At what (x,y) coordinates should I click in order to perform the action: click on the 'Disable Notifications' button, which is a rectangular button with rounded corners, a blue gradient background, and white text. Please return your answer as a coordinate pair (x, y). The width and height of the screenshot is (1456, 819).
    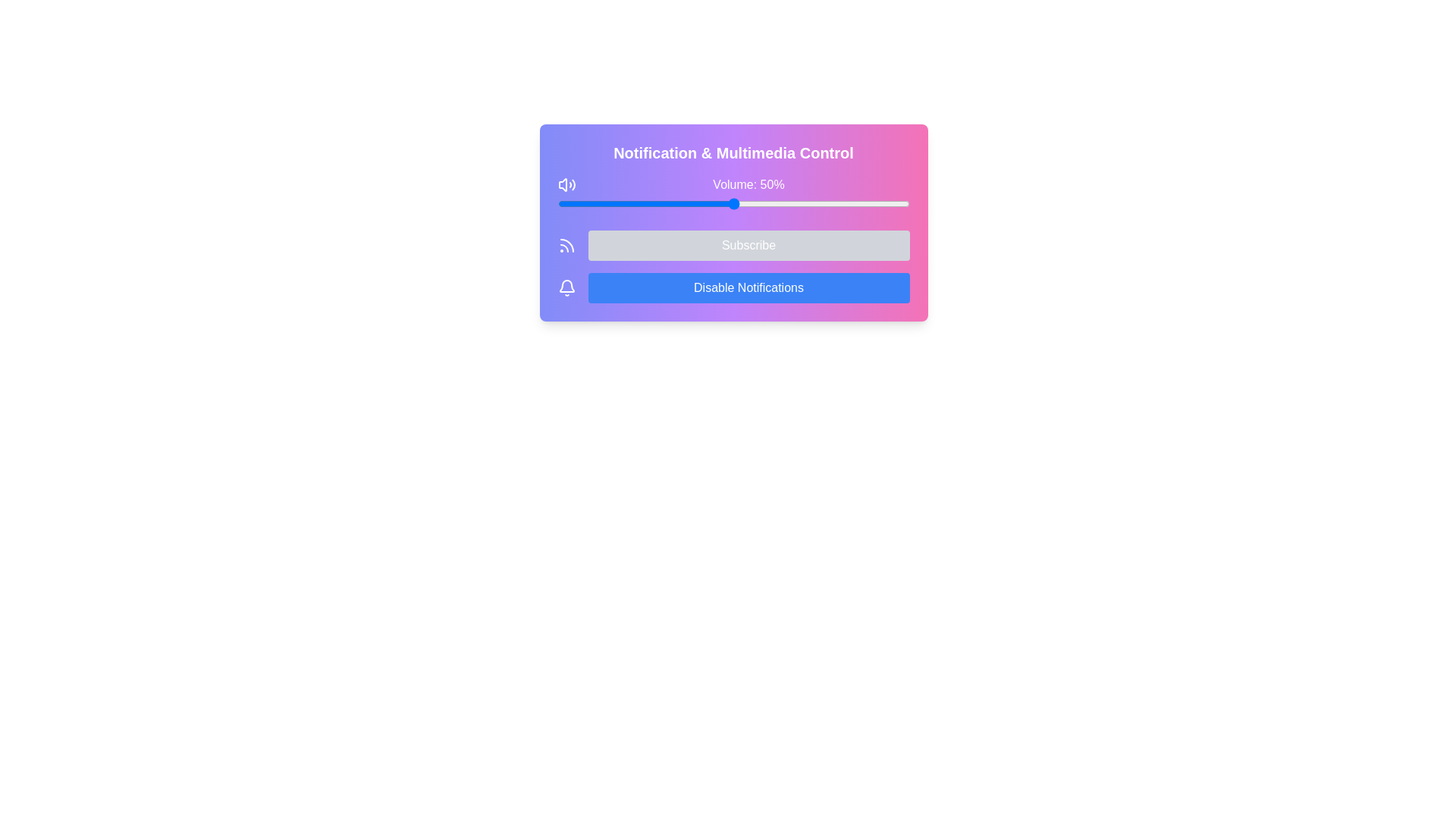
    Looking at the image, I should click on (733, 288).